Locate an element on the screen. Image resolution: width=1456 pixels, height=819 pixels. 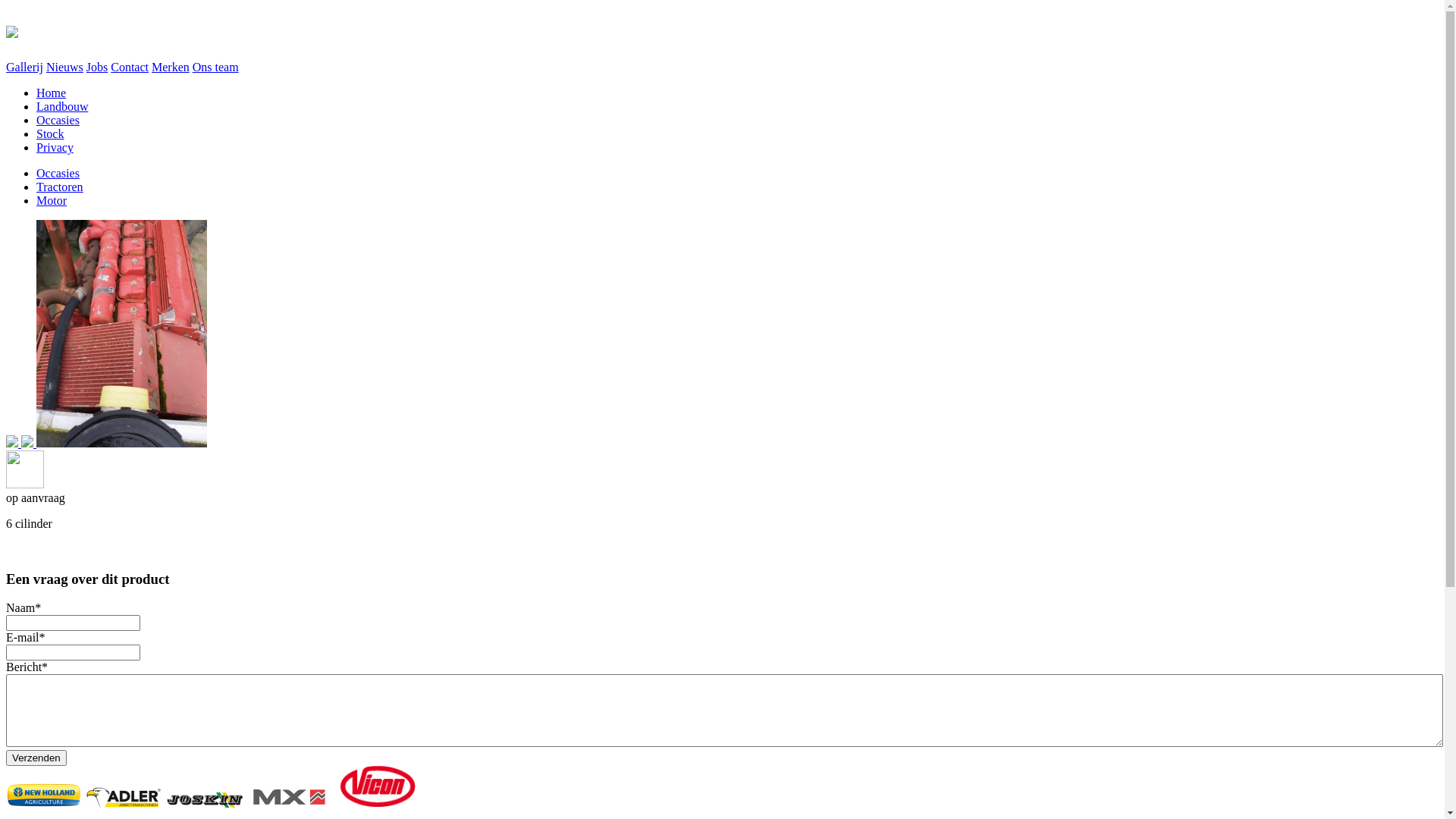
'Landbouw' is located at coordinates (36, 105).